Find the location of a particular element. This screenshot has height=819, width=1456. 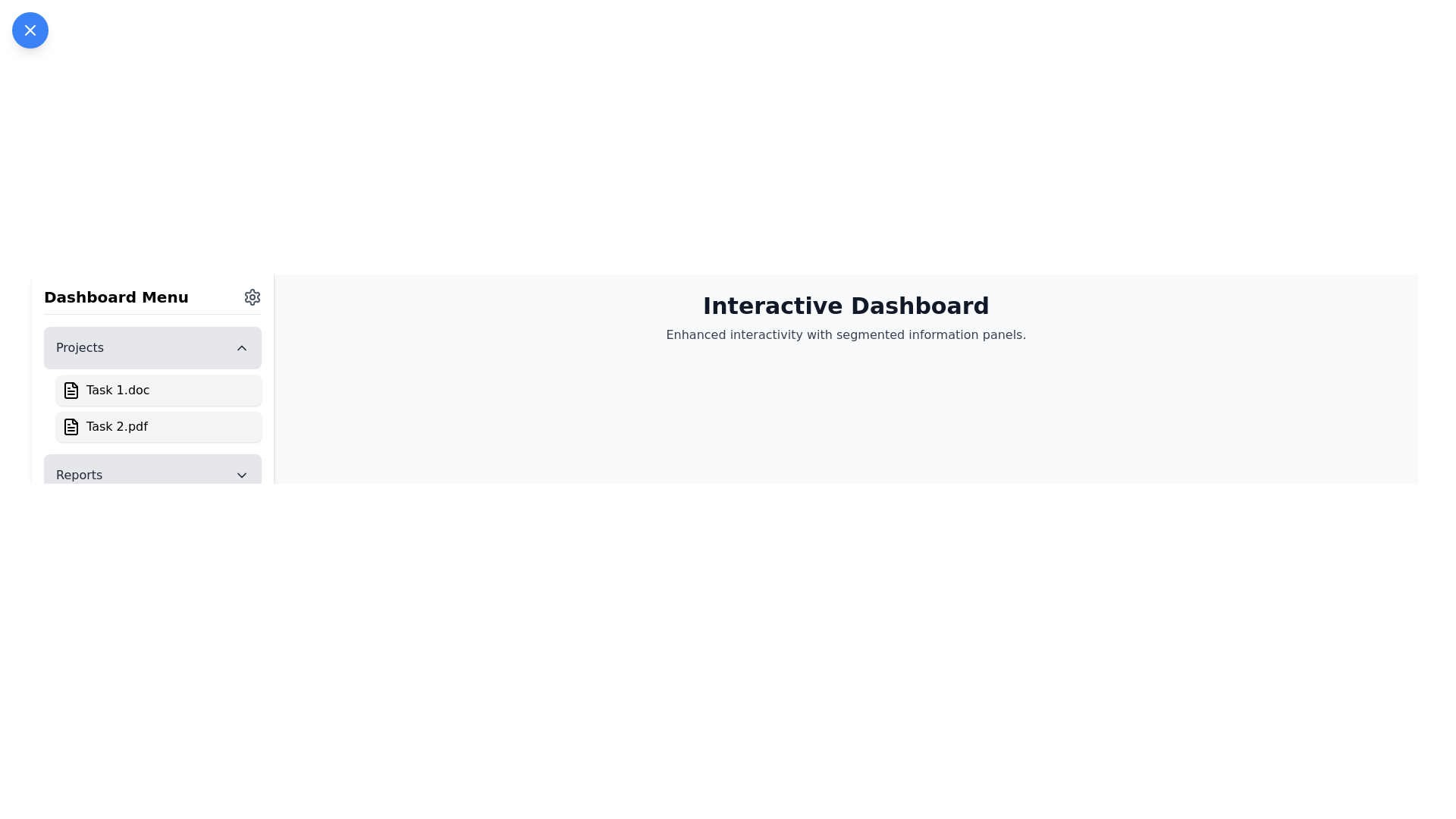

the list item representing 'Task 1.doc' is located at coordinates (152, 383).